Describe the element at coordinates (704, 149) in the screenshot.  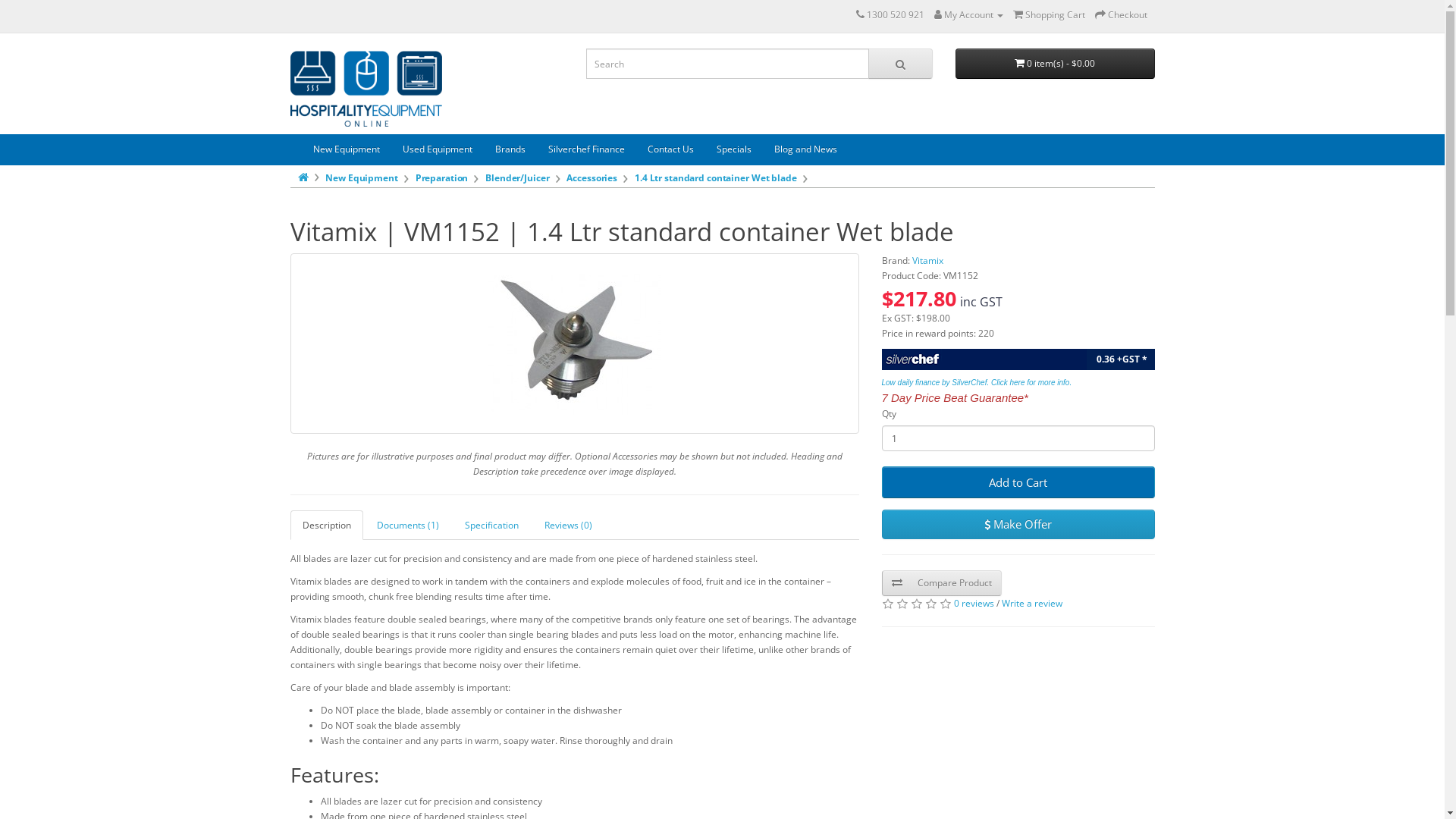
I see `'Specials'` at that location.